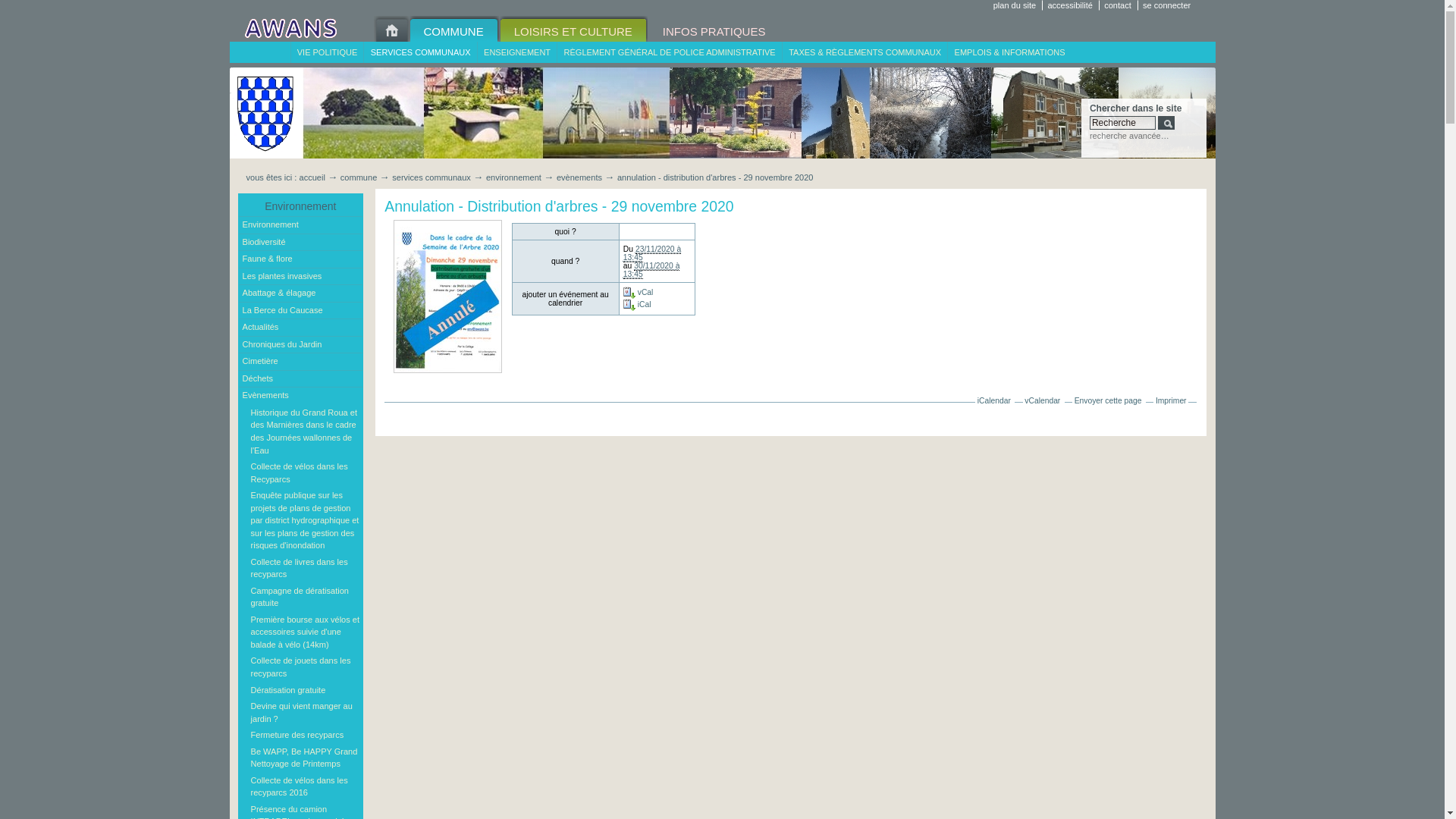  Describe the element at coordinates (1108, 400) in the screenshot. I see `'Envoyer cette page'` at that location.